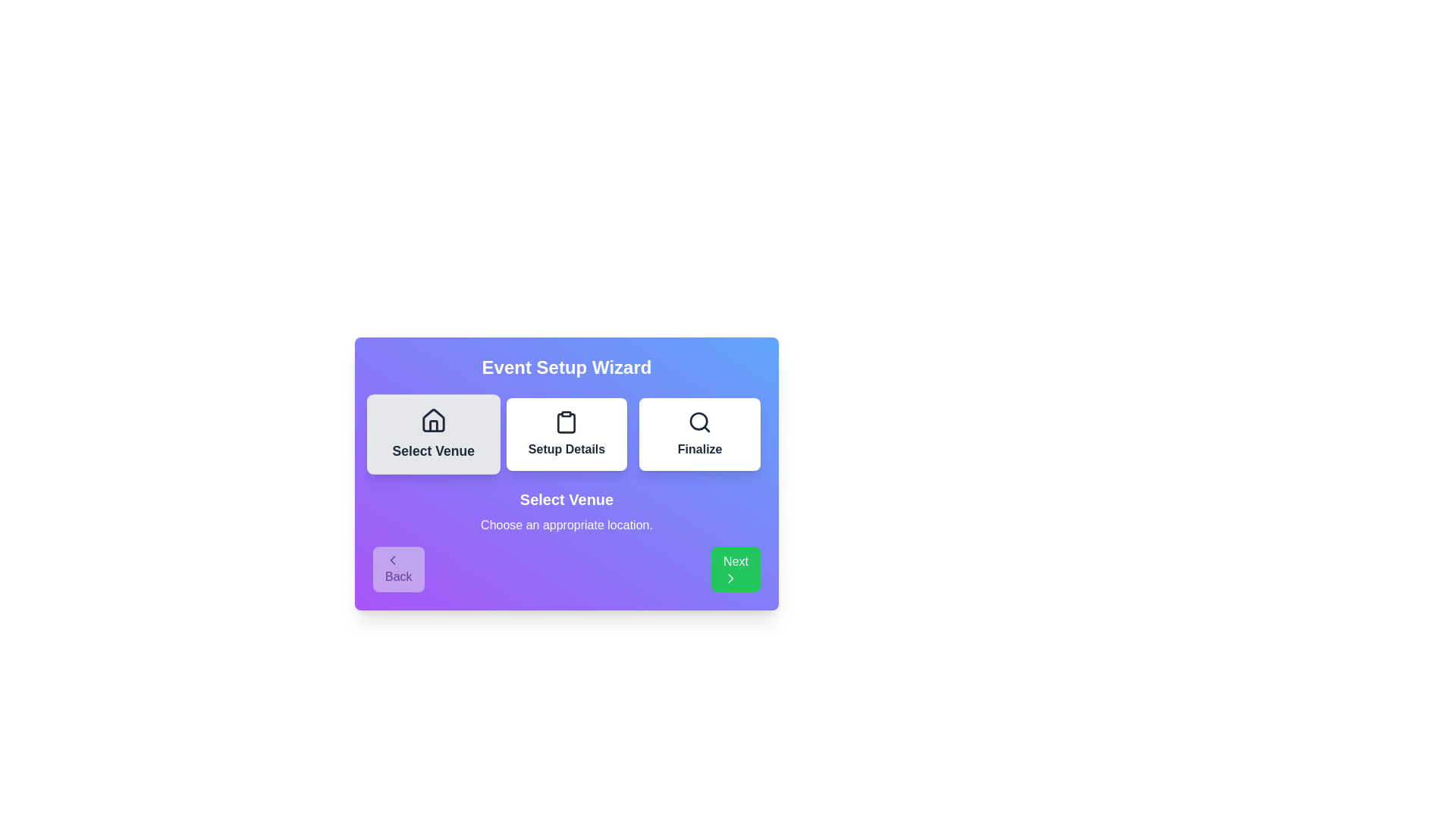  What do you see at coordinates (566, 512) in the screenshot?
I see `the step description text for better visibility` at bounding box center [566, 512].